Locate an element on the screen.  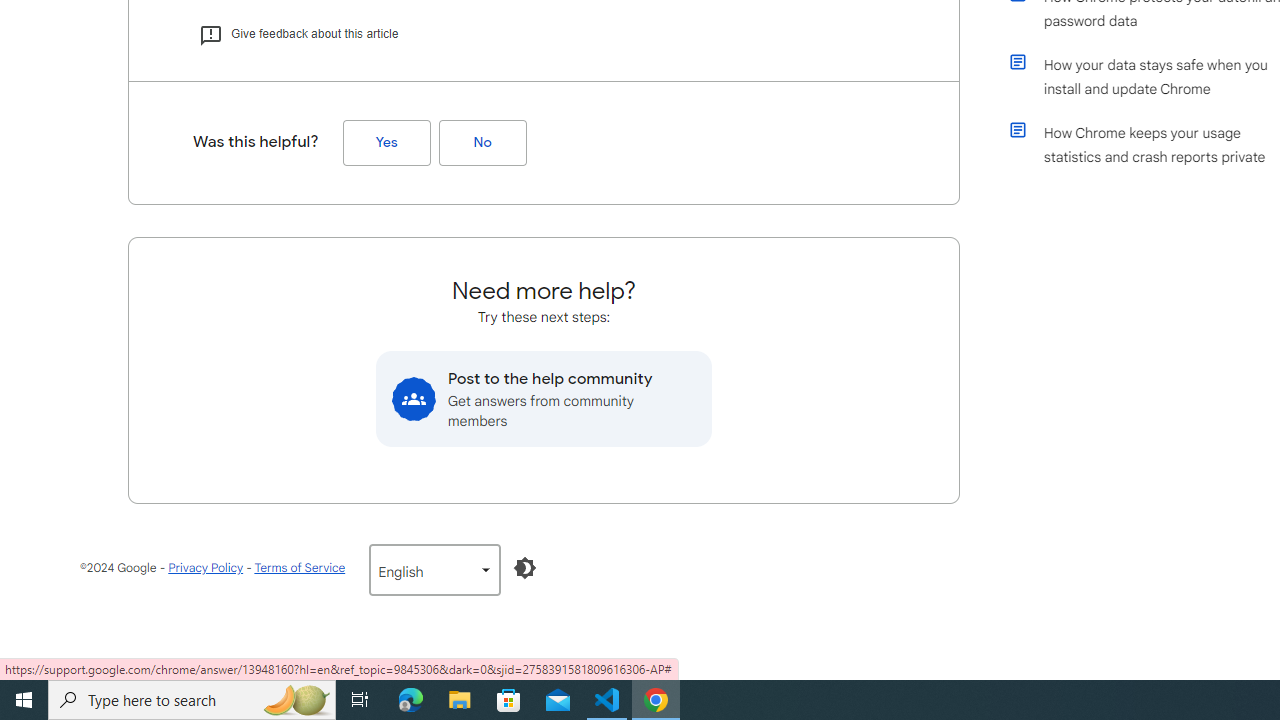
'Enable Dark Mode' is located at coordinates (525, 568).